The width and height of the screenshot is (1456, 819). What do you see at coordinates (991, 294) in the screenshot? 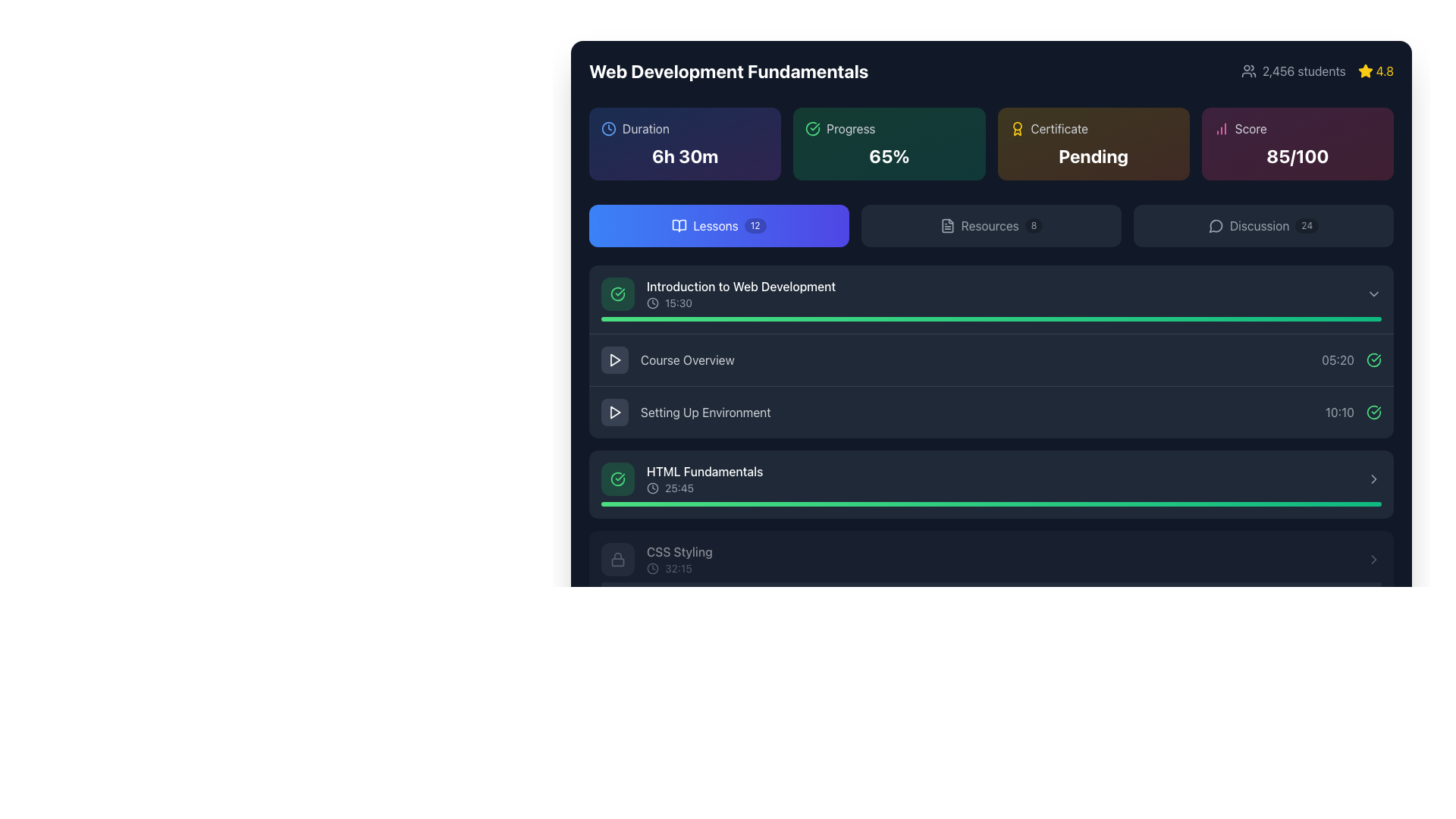
I see `the first lesson item in the list view under the 'Lessons' tab` at bounding box center [991, 294].